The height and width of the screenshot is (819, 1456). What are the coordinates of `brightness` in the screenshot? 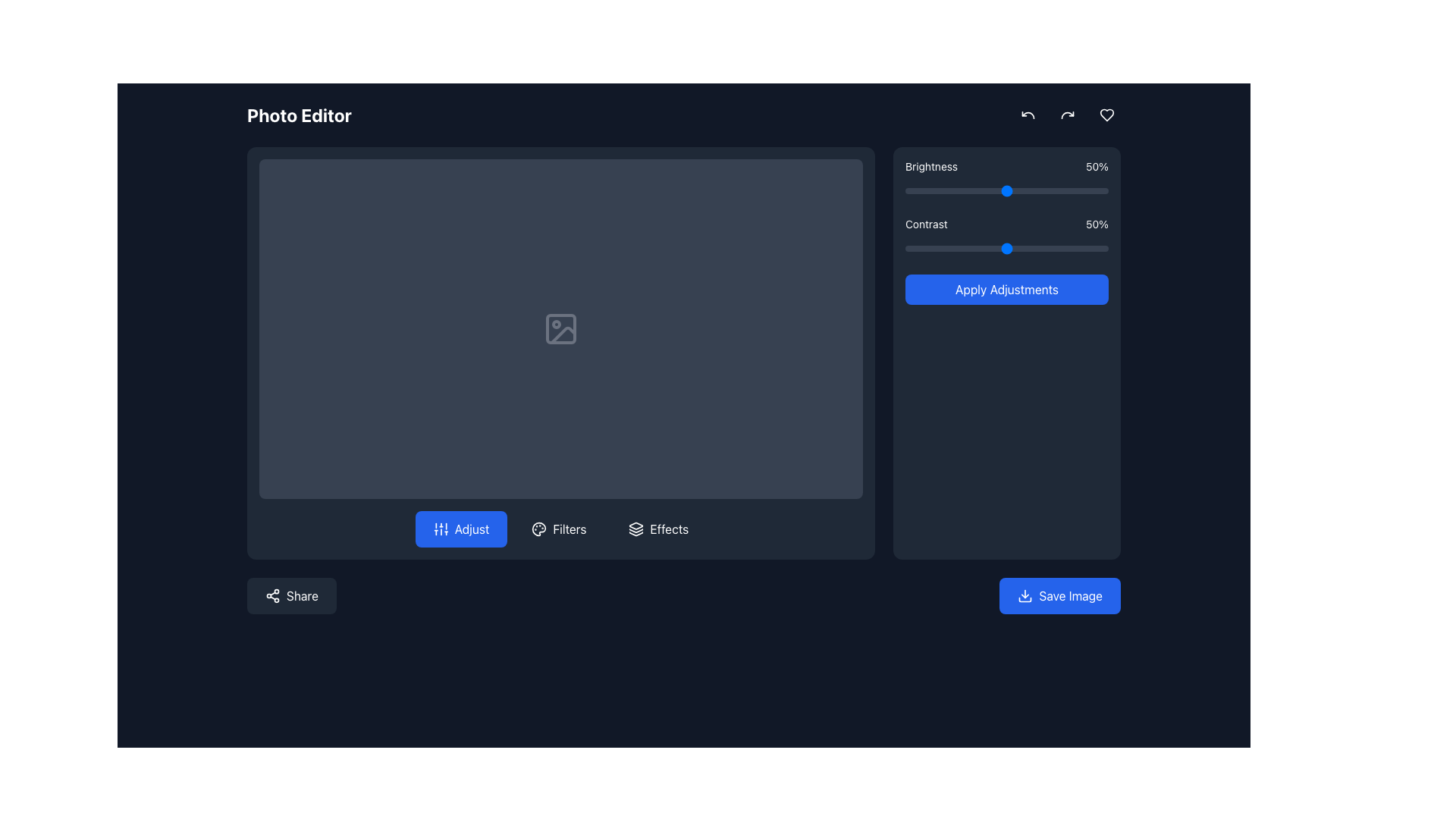 It's located at (984, 190).